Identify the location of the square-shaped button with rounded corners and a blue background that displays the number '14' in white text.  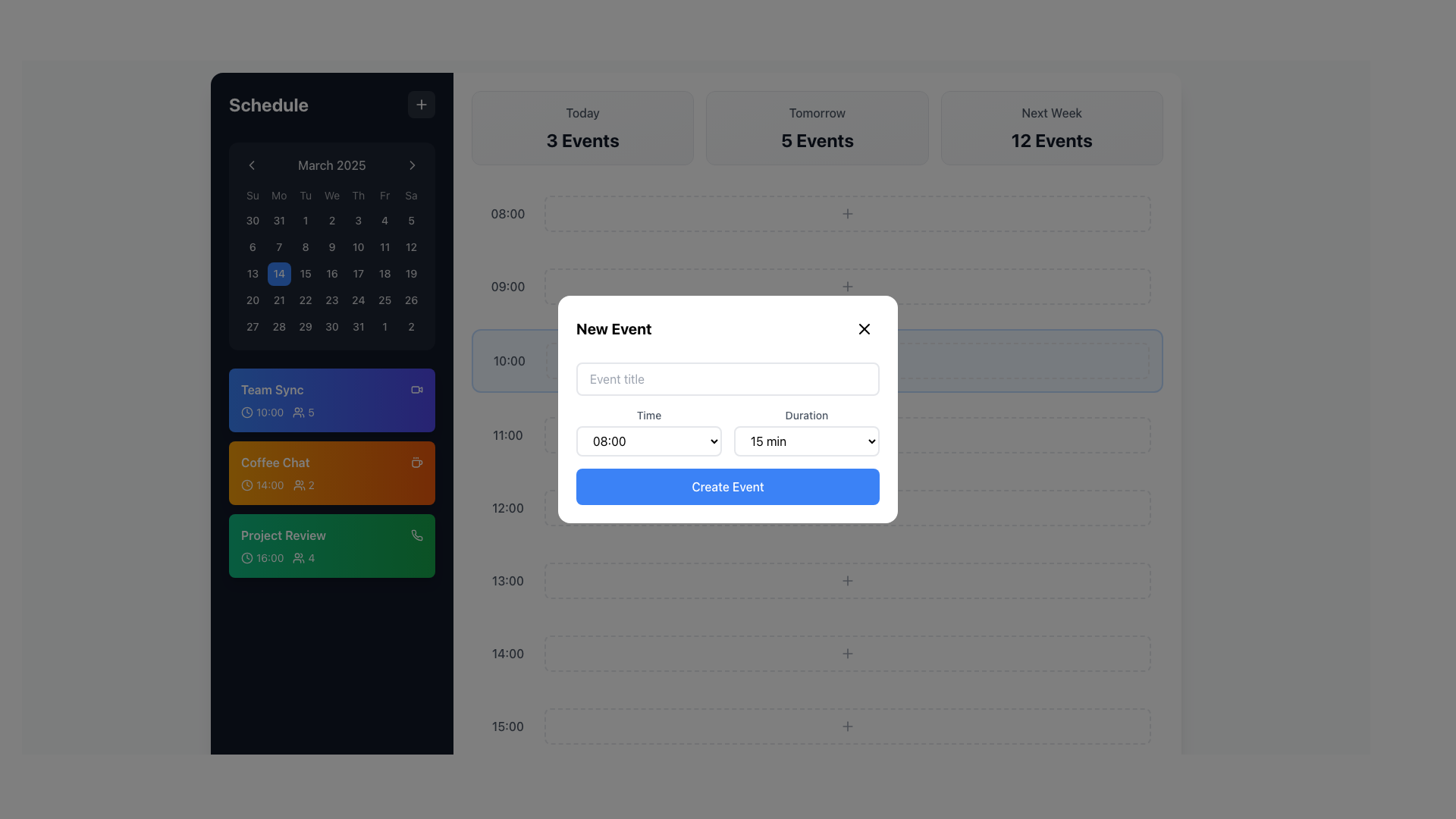
(279, 274).